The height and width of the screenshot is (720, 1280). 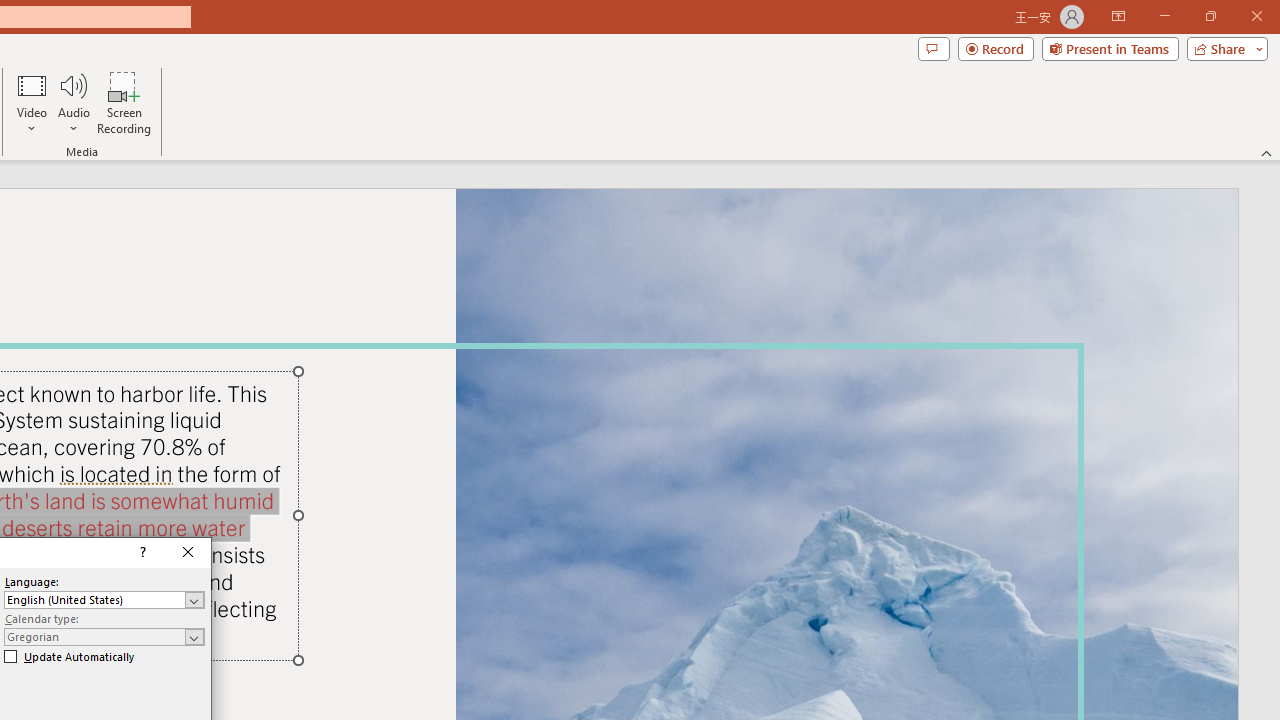 I want to click on 'Update Automatically', so click(x=69, y=657).